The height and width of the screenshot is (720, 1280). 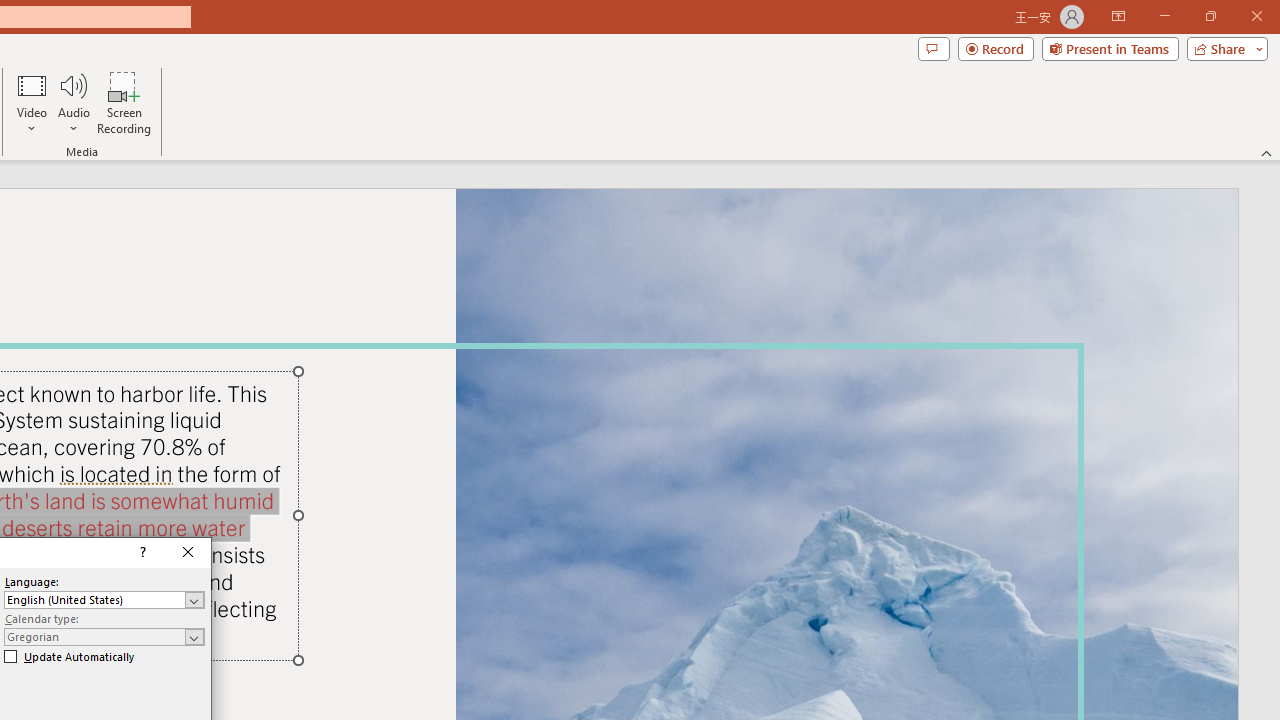 I want to click on 'Update Automatically', so click(x=69, y=657).